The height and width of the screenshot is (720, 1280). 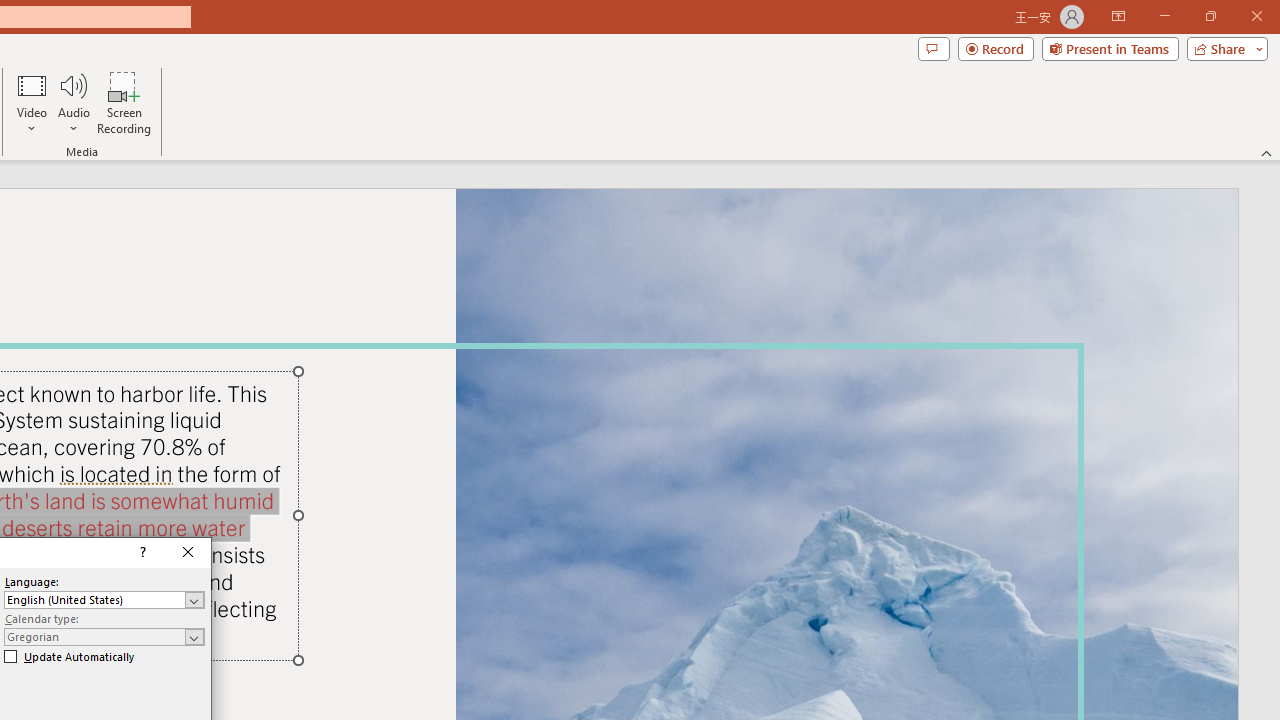 I want to click on 'Update Automatically', so click(x=69, y=657).